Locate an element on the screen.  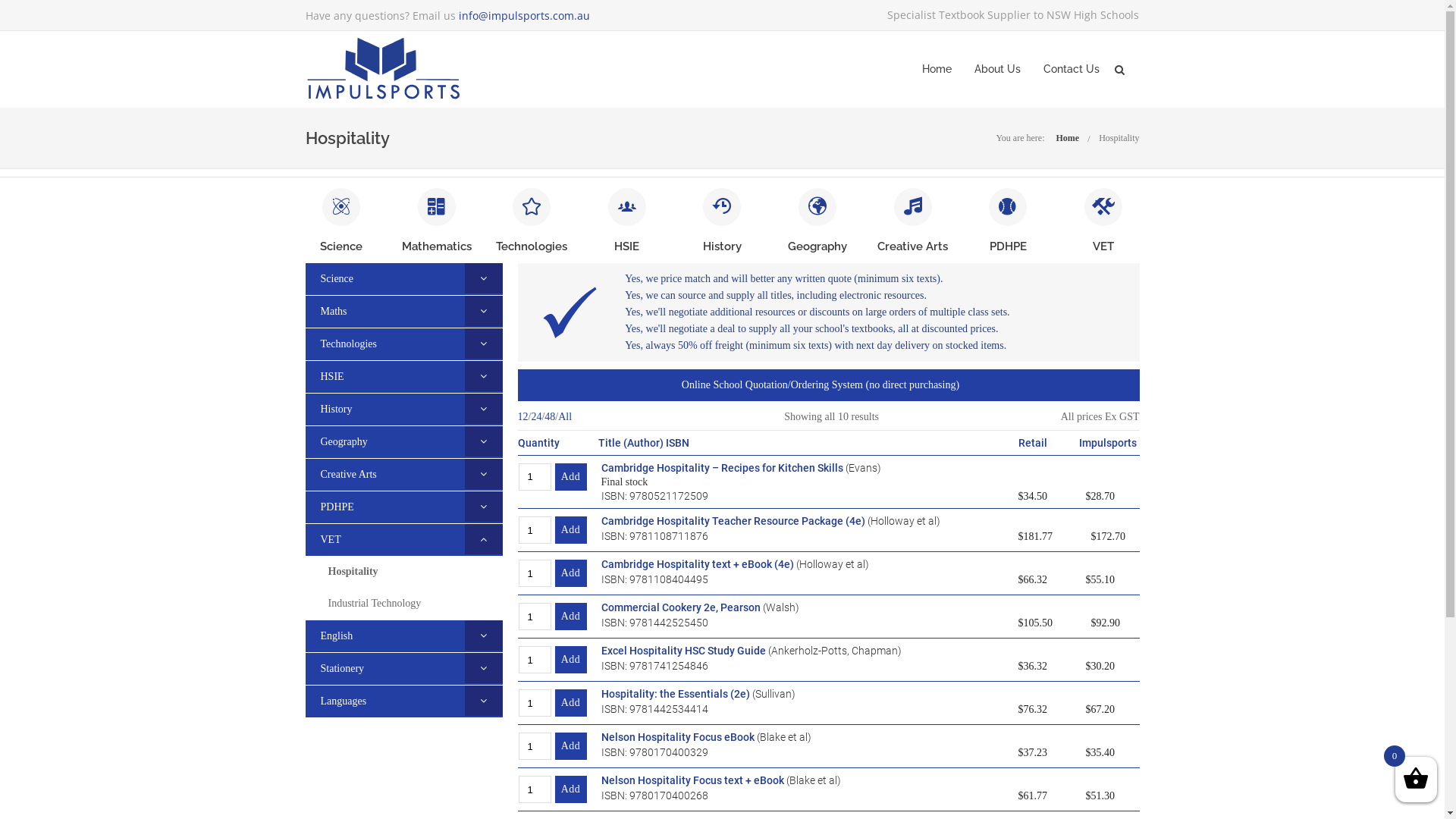
'Mathematics' is located at coordinates (401, 245).